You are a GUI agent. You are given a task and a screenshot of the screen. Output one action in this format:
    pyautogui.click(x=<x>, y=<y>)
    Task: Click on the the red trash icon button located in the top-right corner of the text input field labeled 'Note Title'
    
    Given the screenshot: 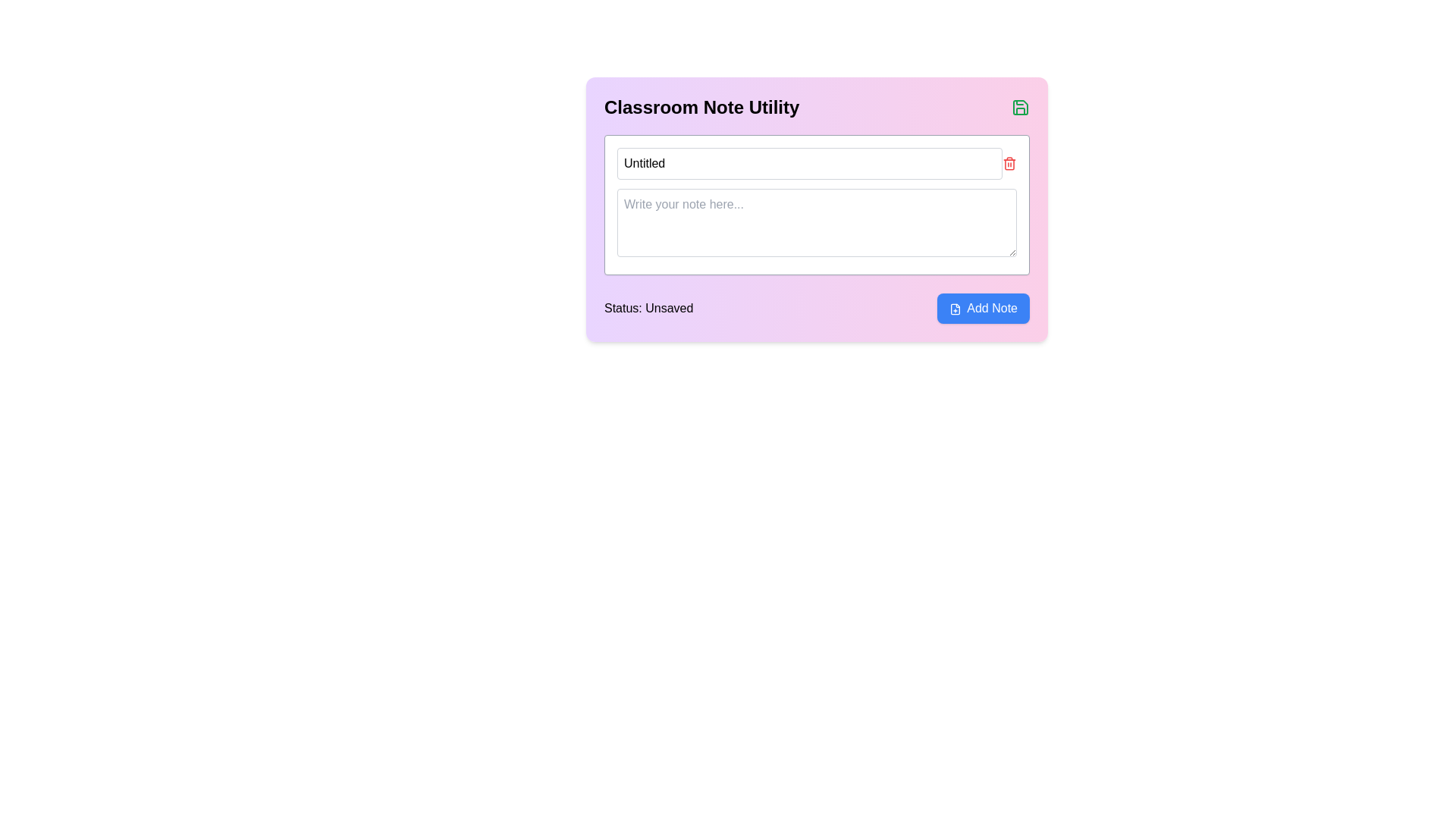 What is the action you would take?
    pyautogui.click(x=1009, y=164)
    